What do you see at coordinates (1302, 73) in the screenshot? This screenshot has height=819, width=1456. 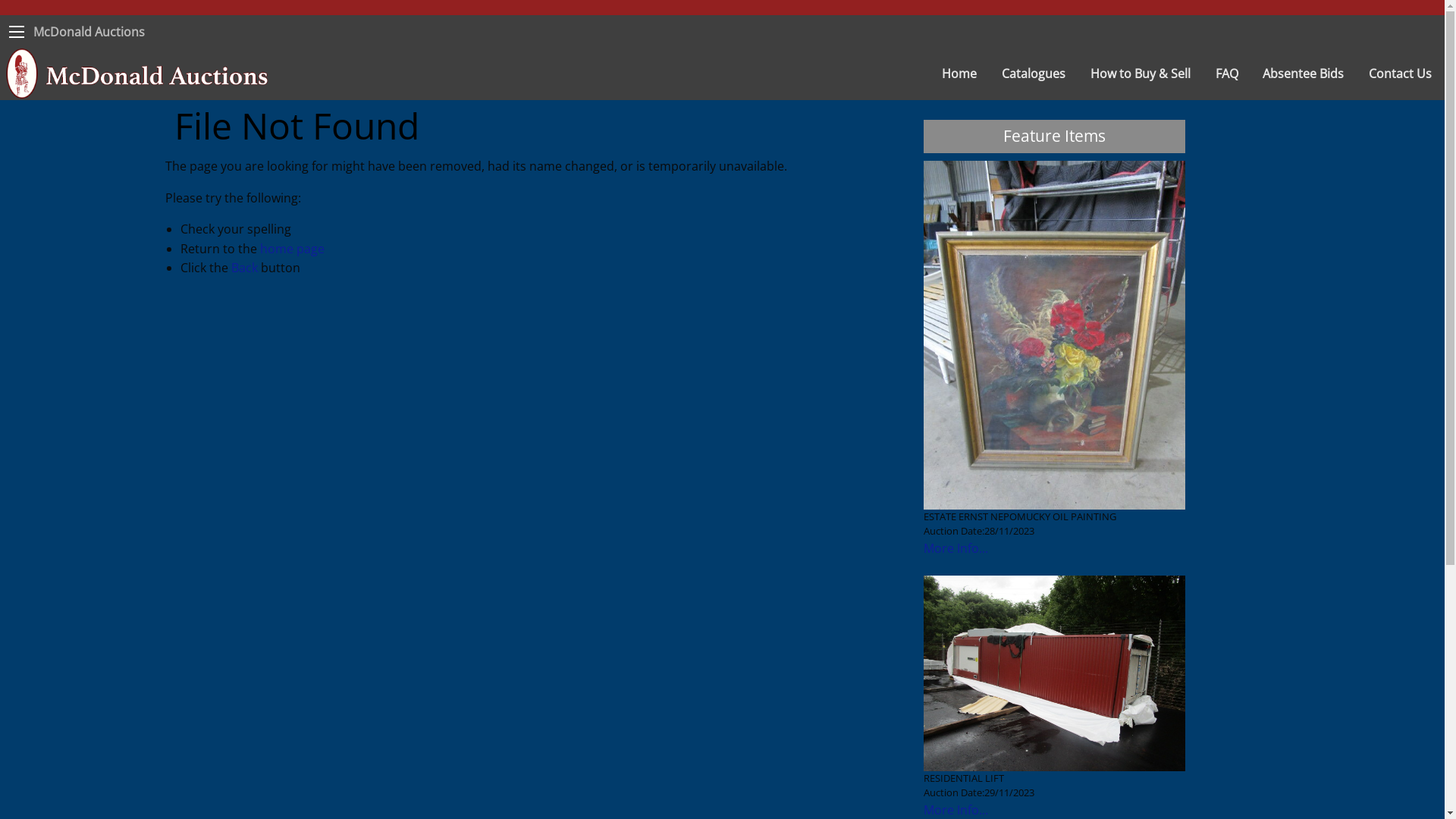 I see `'Absentee Bids'` at bounding box center [1302, 73].